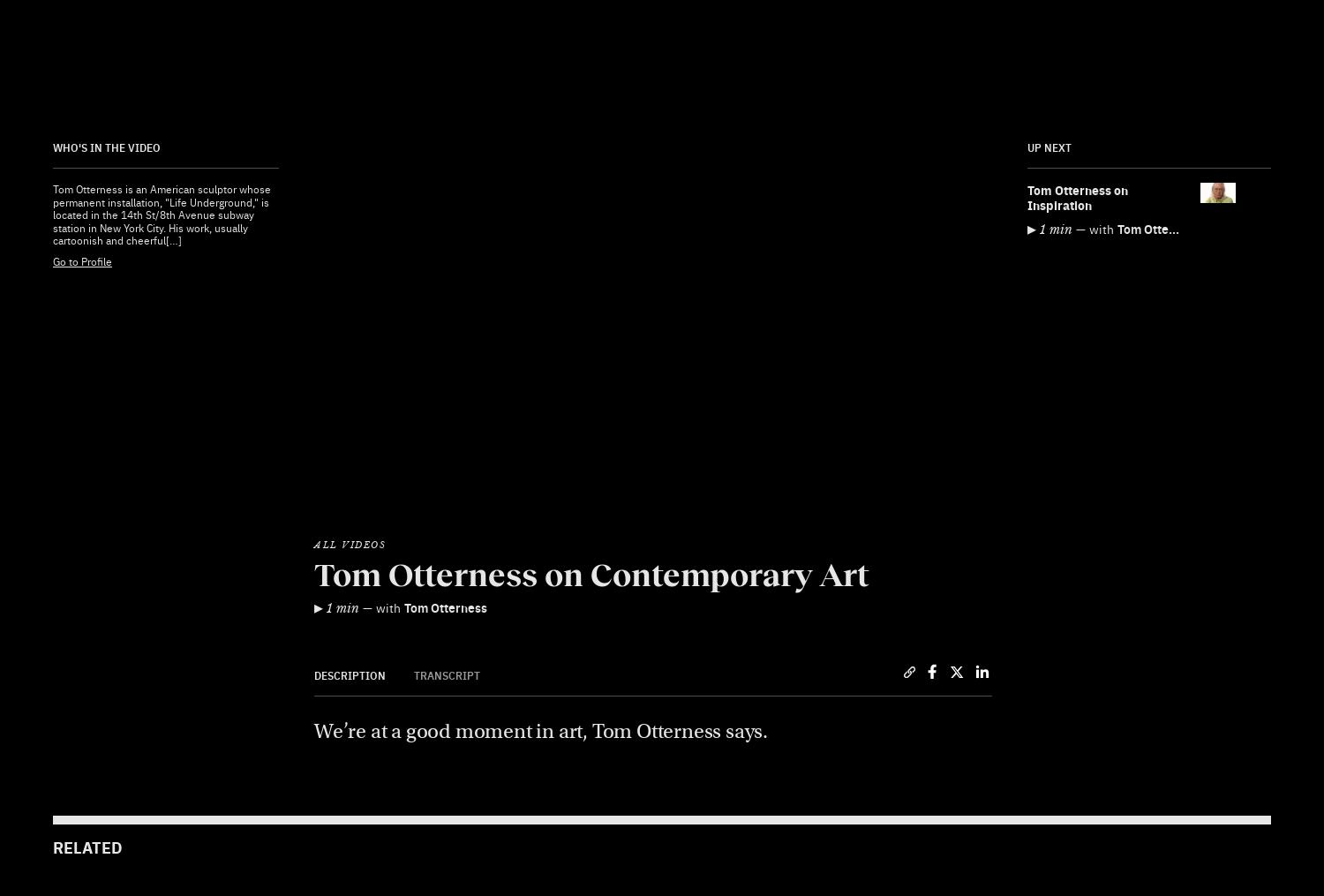 The height and width of the screenshot is (896, 1324). What do you see at coordinates (805, 252) in the screenshot?
I see `'Exile is a kind of death of who you once were.'` at bounding box center [805, 252].